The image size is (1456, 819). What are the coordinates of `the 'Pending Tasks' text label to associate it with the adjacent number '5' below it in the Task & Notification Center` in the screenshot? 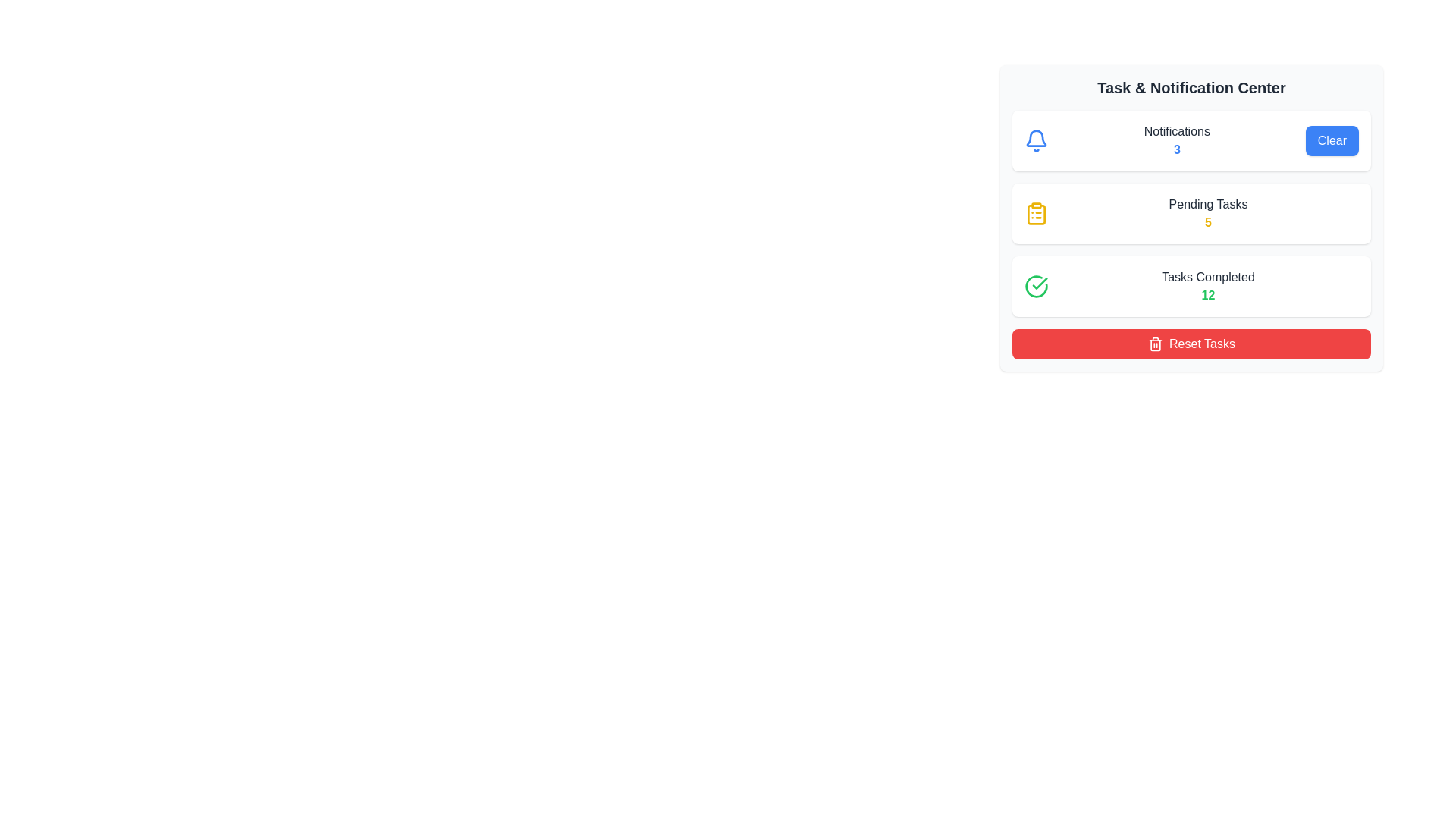 It's located at (1207, 205).